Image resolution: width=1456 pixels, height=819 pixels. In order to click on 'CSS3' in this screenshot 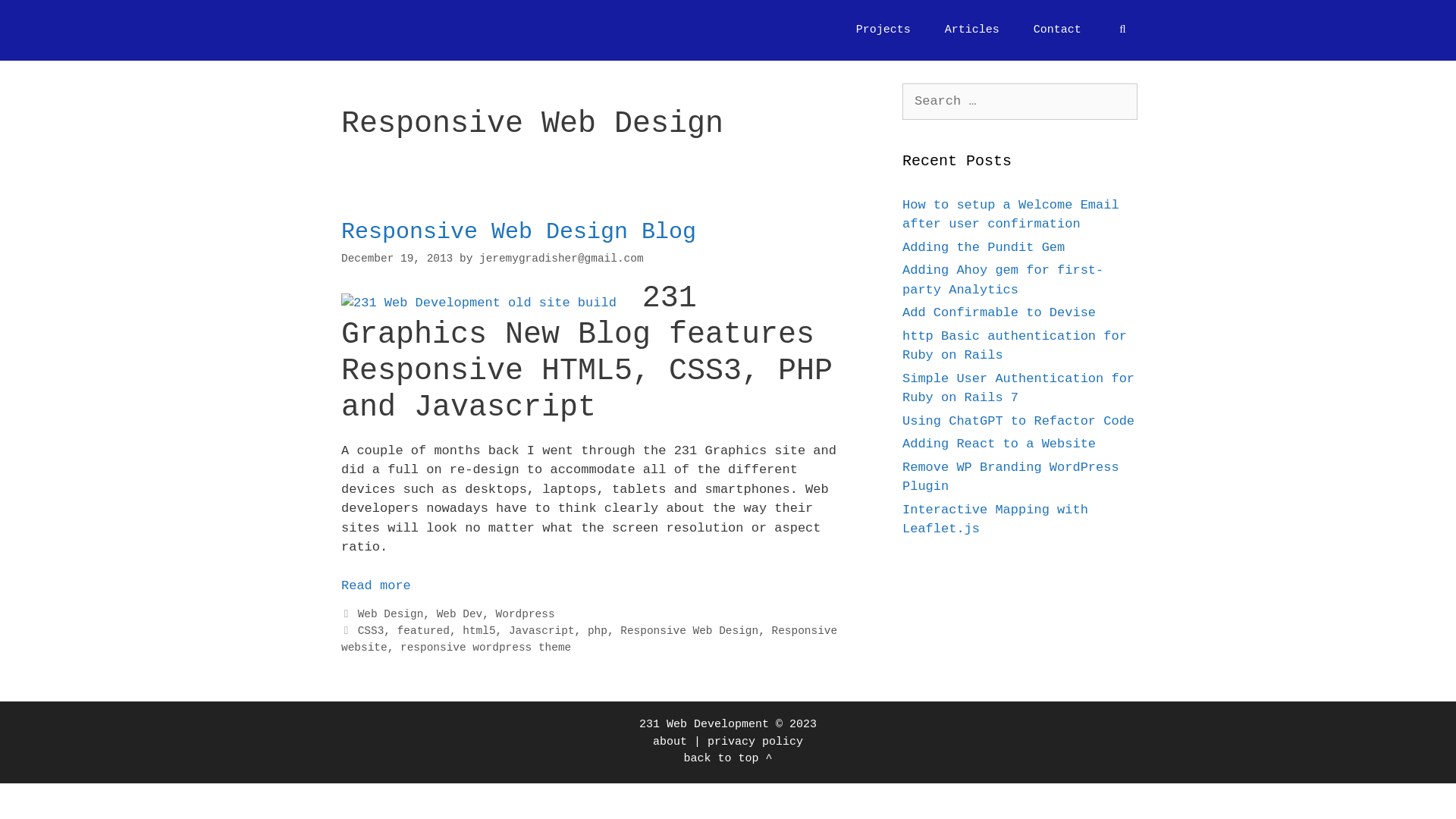, I will do `click(356, 631)`.